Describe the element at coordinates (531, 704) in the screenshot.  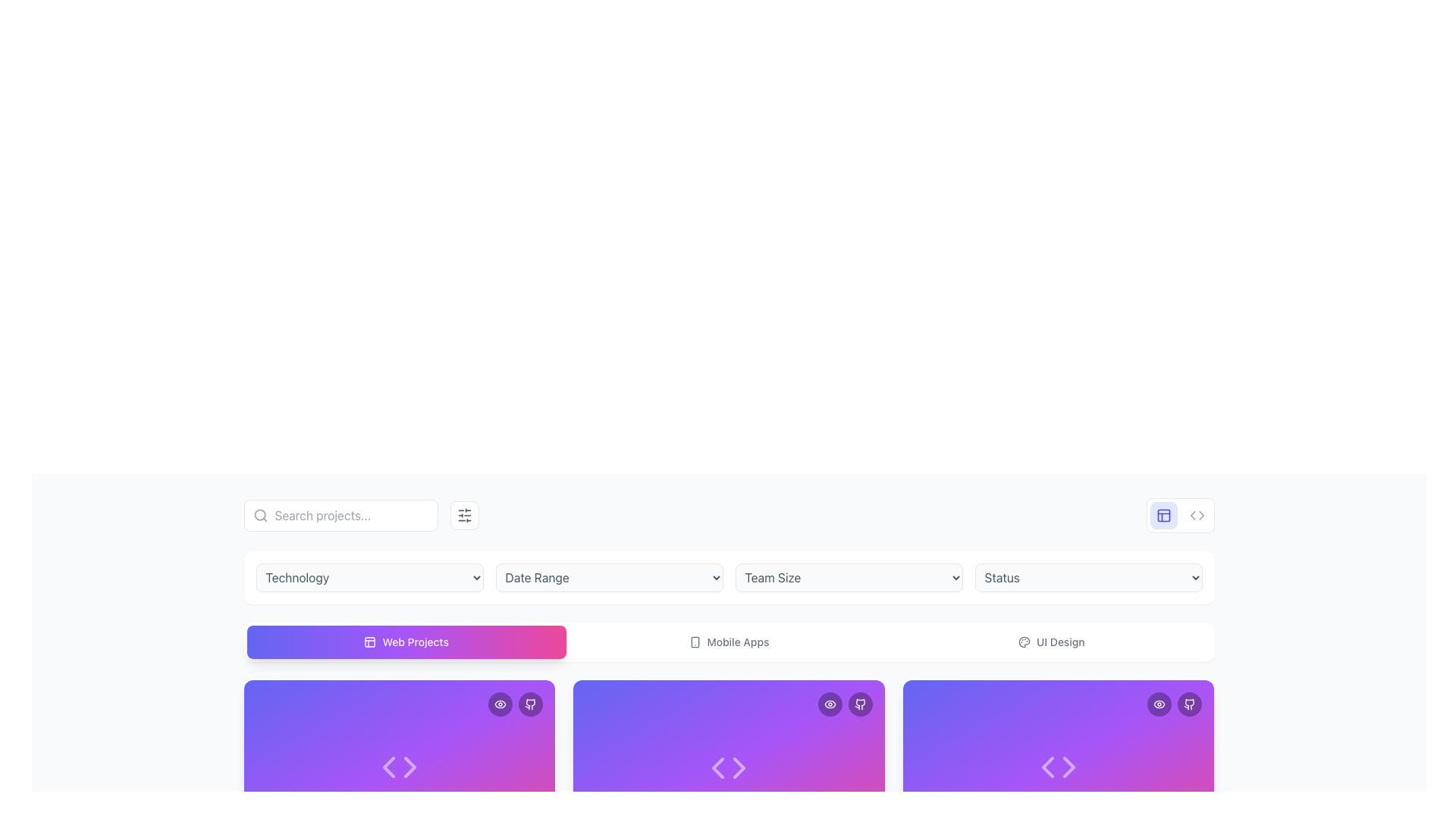
I see `the GitHub shortcut icon located at the top-right corner of the highlighted card` at that location.